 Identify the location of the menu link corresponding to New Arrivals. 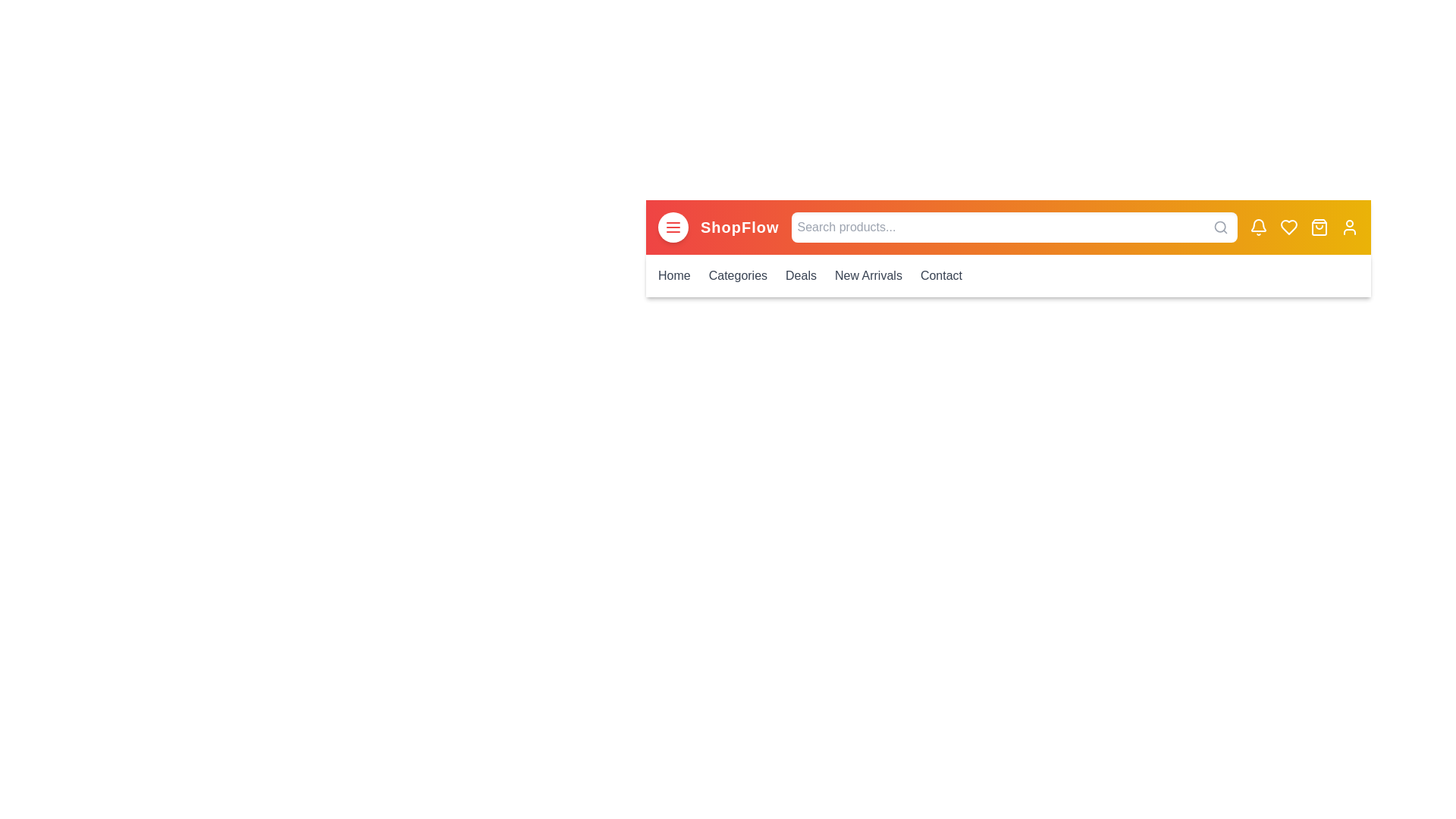
(868, 275).